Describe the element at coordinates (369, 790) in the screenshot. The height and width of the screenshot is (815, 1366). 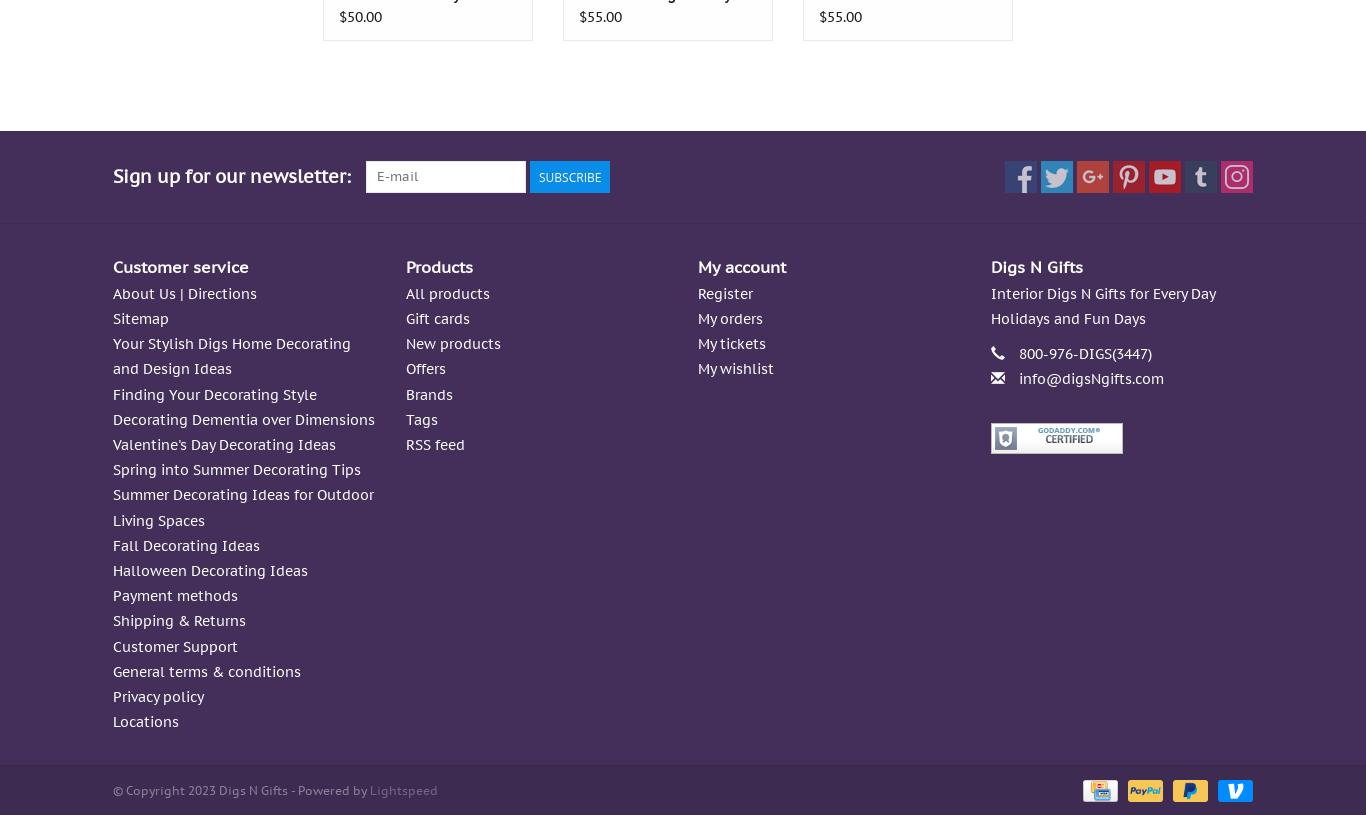
I see `'Lightspeed'` at that location.